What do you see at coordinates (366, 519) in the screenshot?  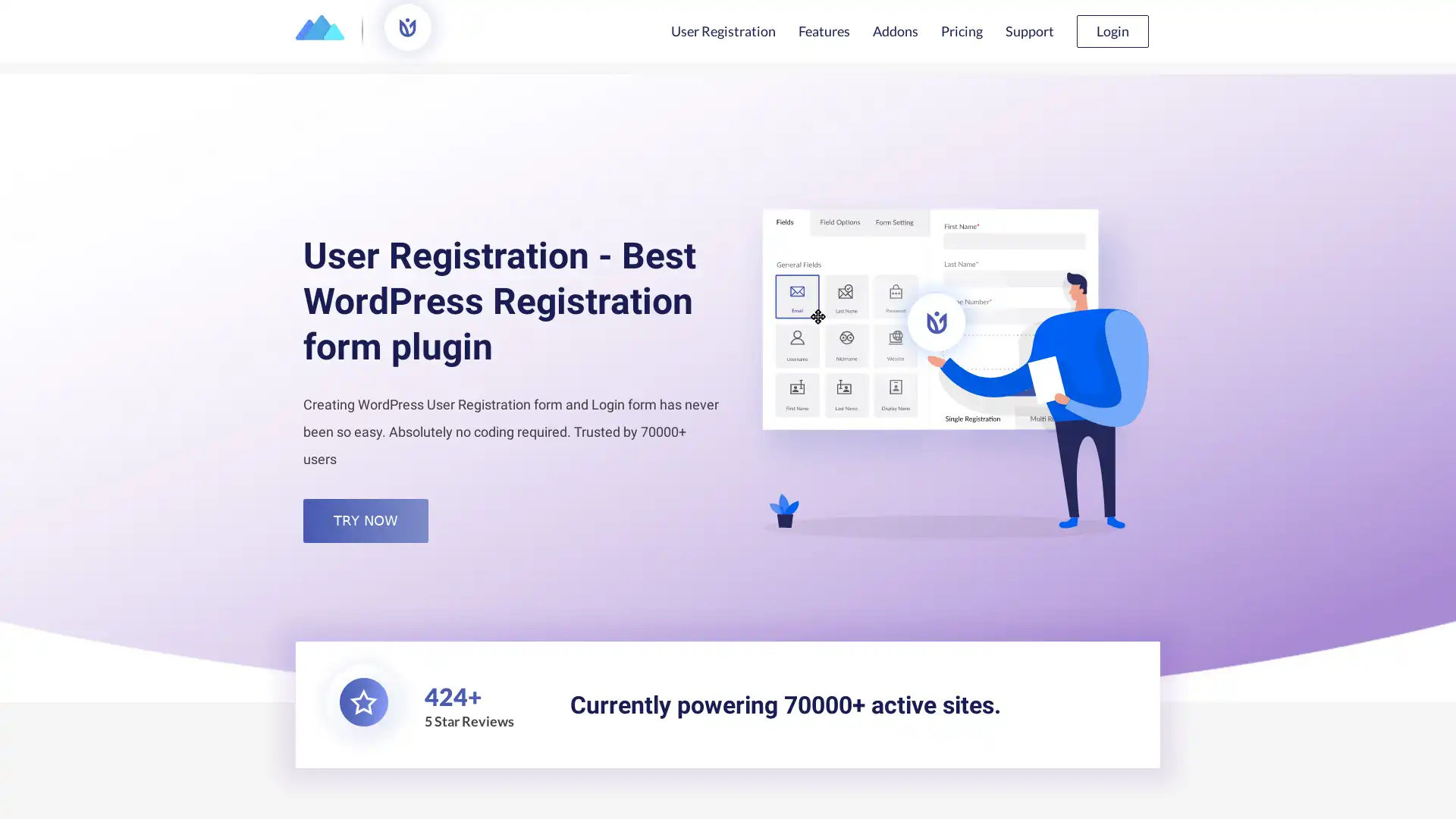 I see `TRY NOW` at bounding box center [366, 519].